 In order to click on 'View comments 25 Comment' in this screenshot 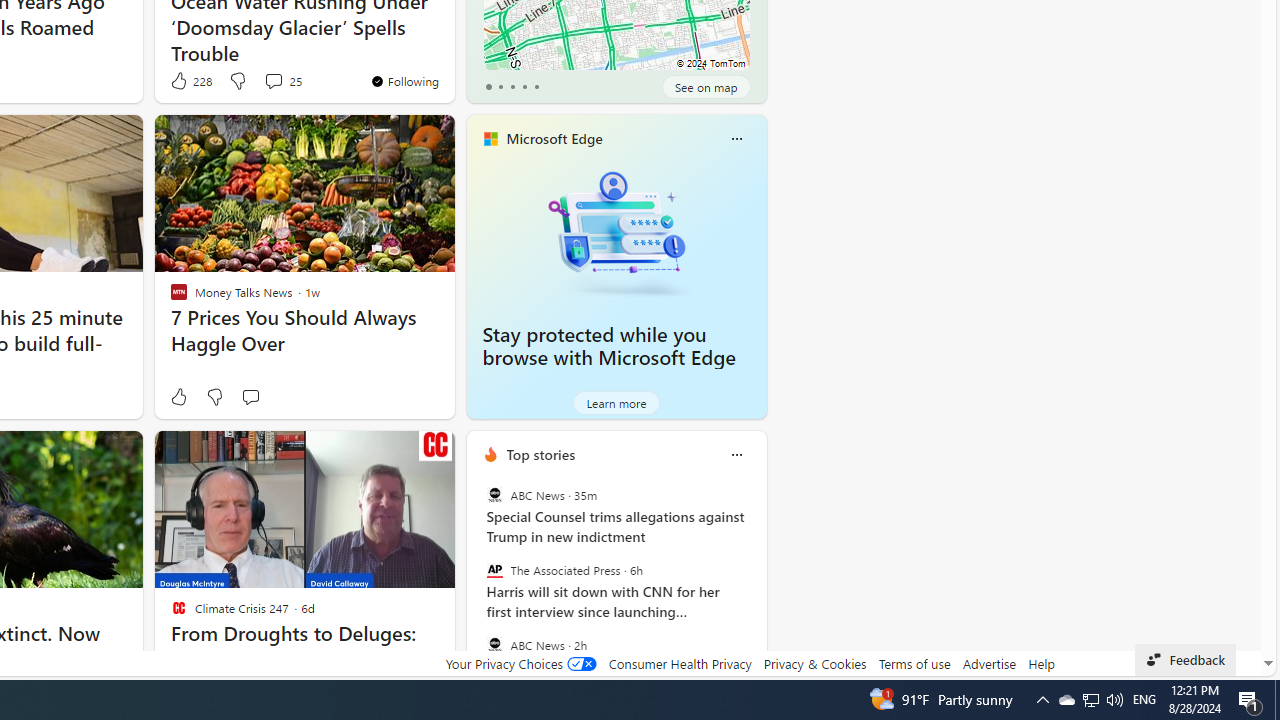, I will do `click(281, 80)`.